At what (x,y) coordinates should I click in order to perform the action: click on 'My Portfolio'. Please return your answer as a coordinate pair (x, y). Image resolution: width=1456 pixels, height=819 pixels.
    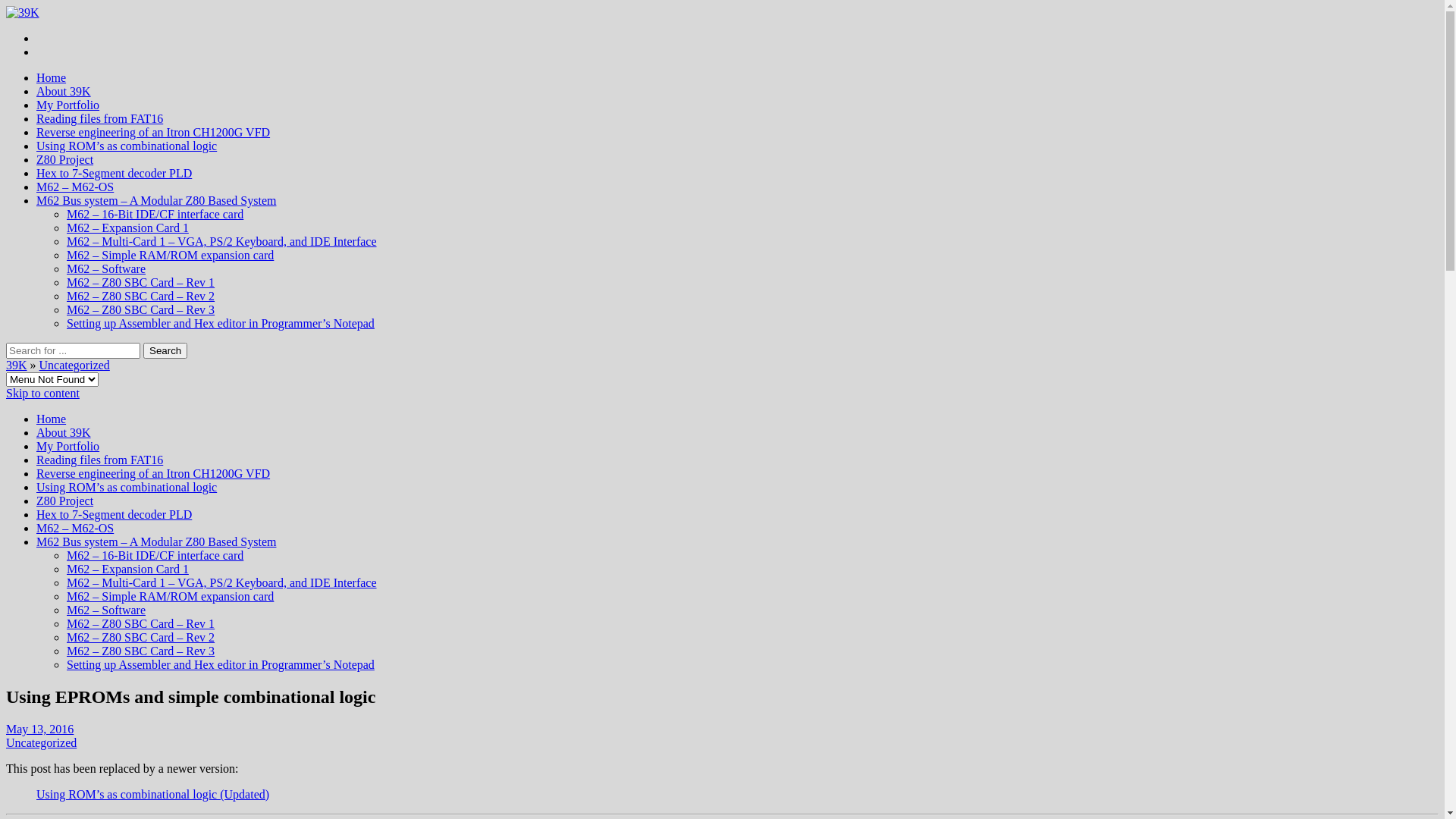
    Looking at the image, I should click on (67, 445).